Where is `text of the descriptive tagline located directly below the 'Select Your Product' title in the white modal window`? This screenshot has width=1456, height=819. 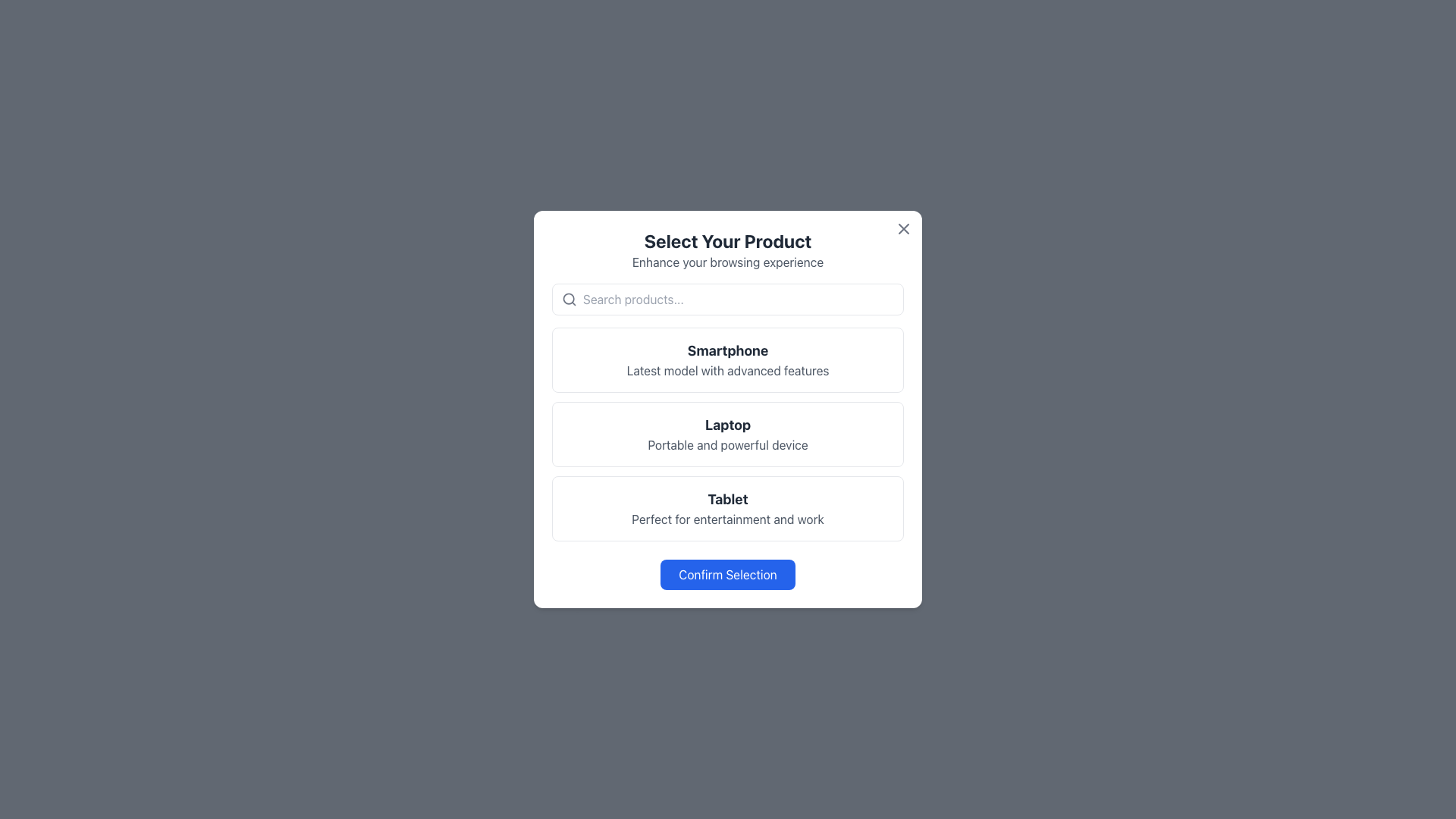
text of the descriptive tagline located directly below the 'Select Your Product' title in the white modal window is located at coordinates (728, 262).